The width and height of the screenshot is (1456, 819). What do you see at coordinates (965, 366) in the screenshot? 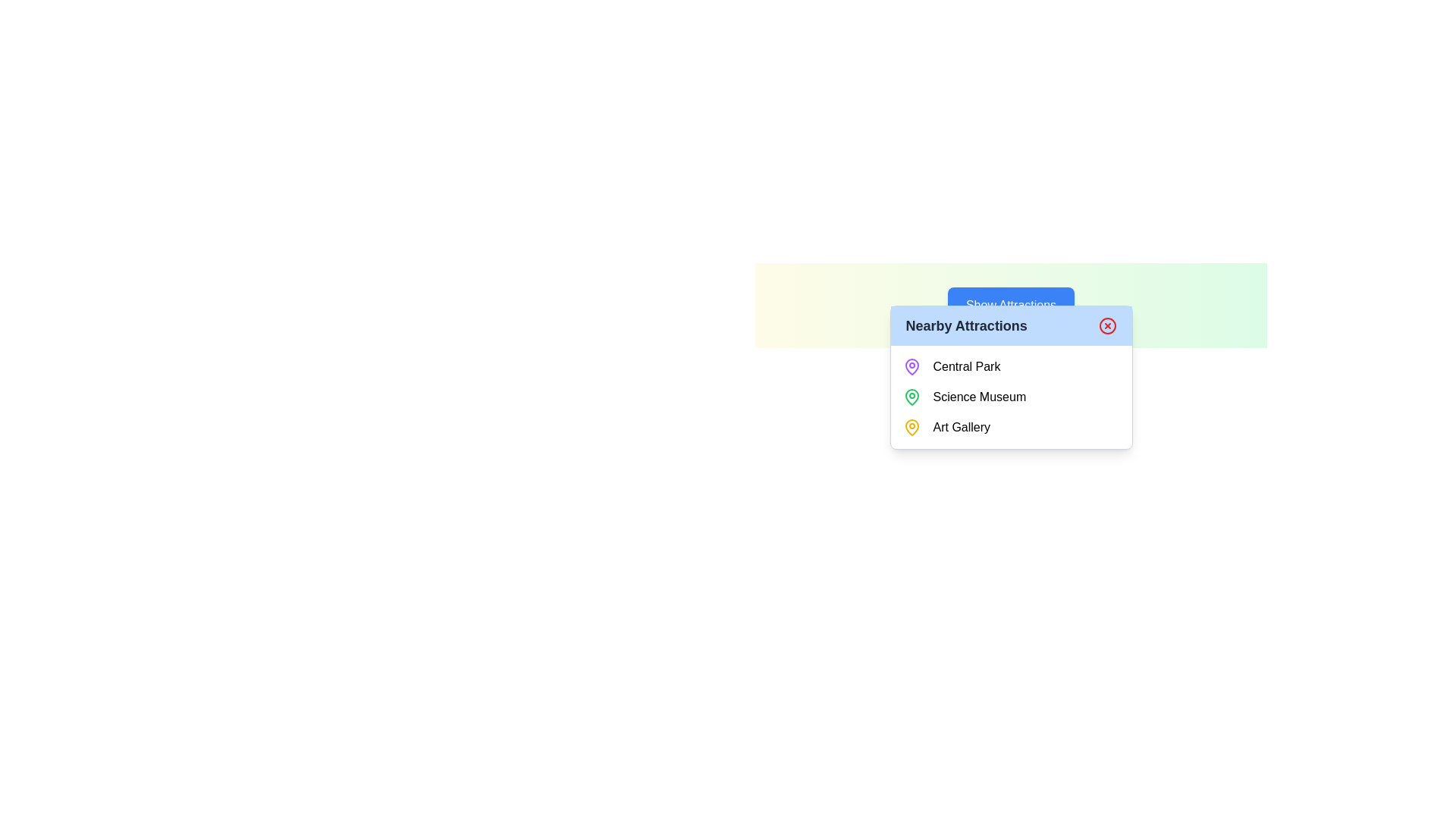
I see `text label for 'Central Park', which is the first item in the list of attractions in the tooltip or dialog box` at bounding box center [965, 366].